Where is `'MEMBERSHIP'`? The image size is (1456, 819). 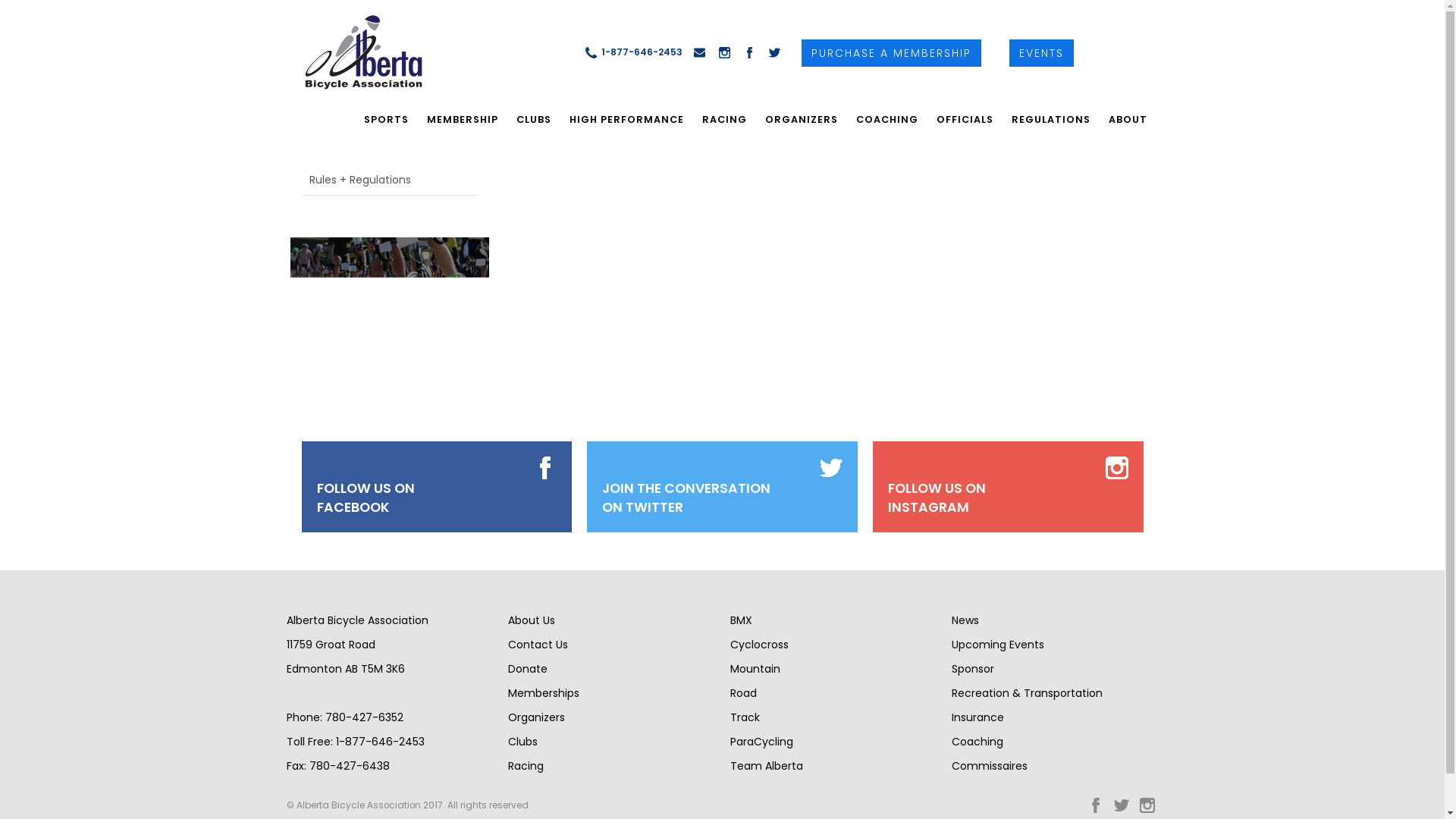 'MEMBERSHIP' is located at coordinates (461, 119).